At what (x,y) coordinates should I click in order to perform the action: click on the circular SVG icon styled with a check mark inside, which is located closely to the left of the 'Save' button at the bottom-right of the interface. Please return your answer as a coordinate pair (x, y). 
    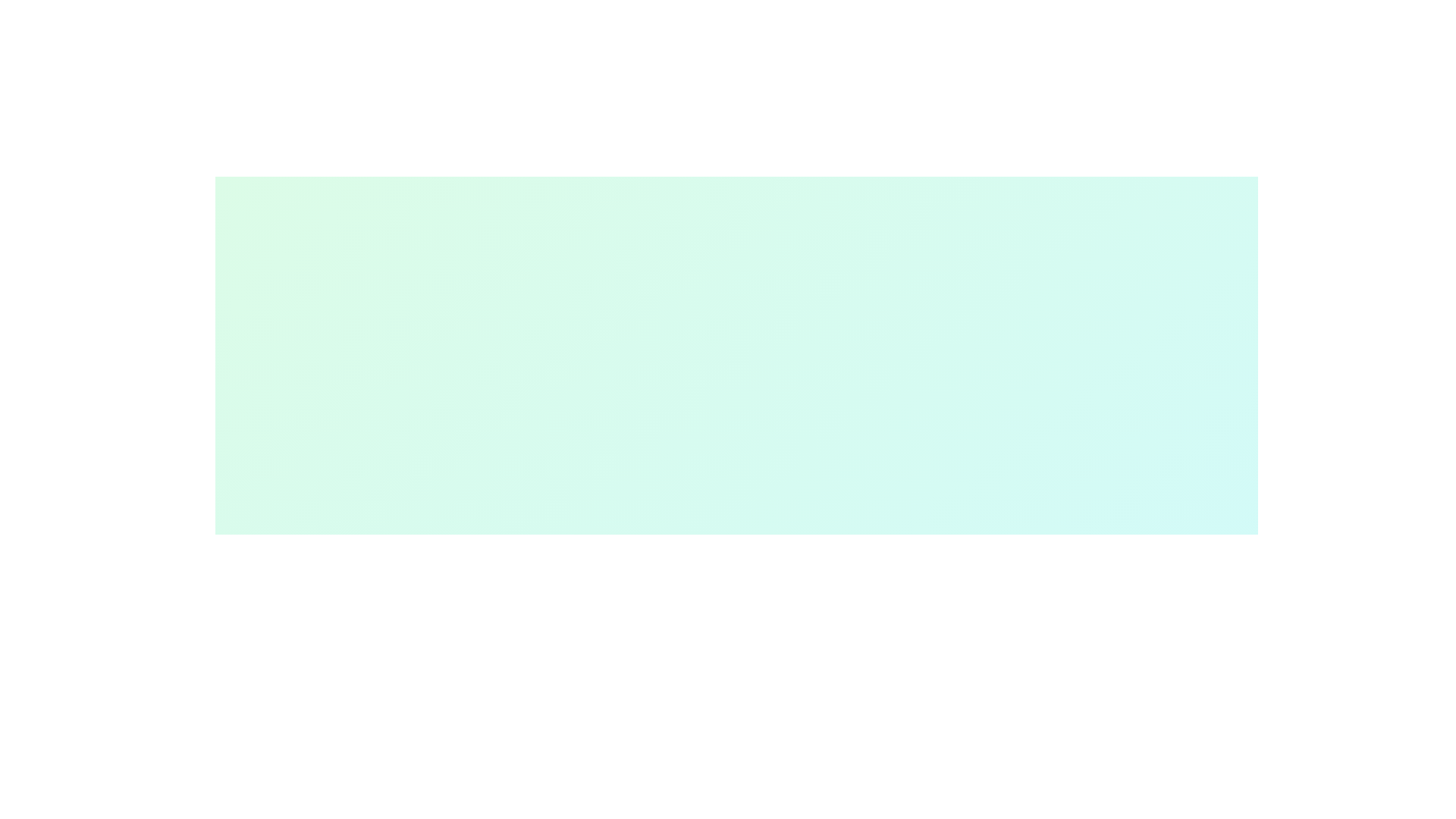
    Looking at the image, I should click on (833, 570).